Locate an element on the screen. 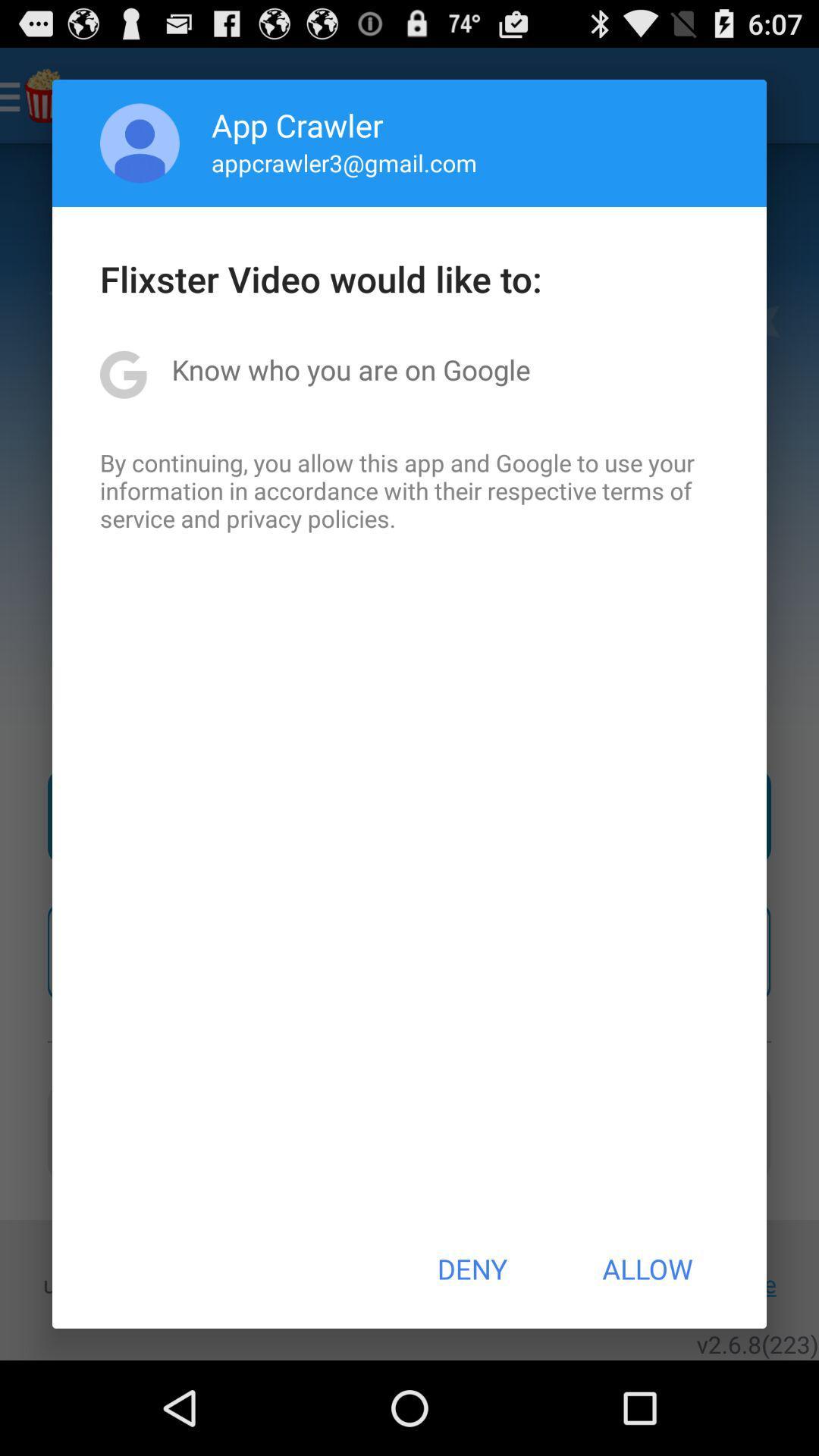  the app crawler is located at coordinates (297, 124).